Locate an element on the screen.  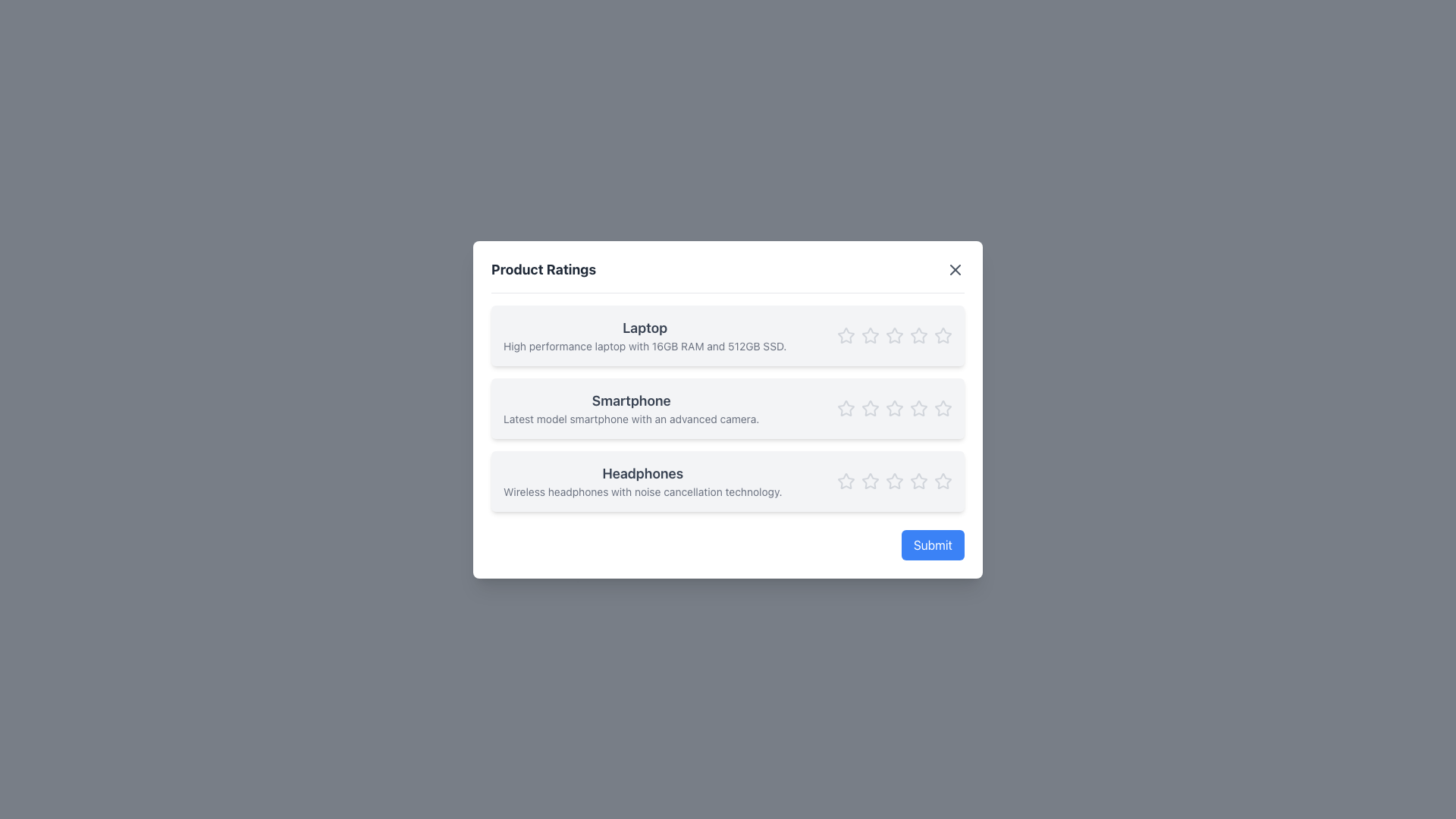
the third star icon is located at coordinates (870, 334).